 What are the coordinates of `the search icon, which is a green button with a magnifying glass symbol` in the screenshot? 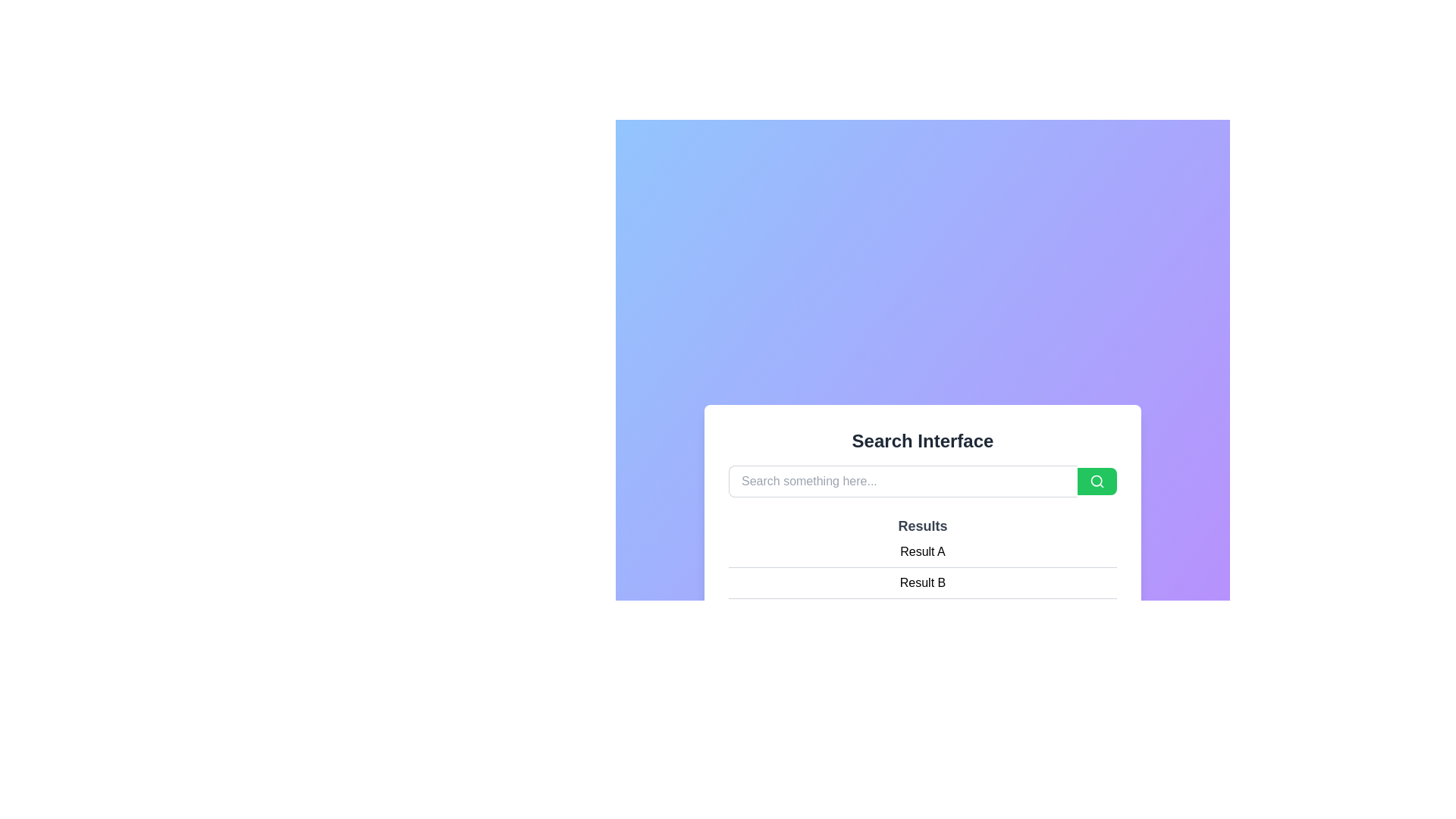 It's located at (1097, 482).